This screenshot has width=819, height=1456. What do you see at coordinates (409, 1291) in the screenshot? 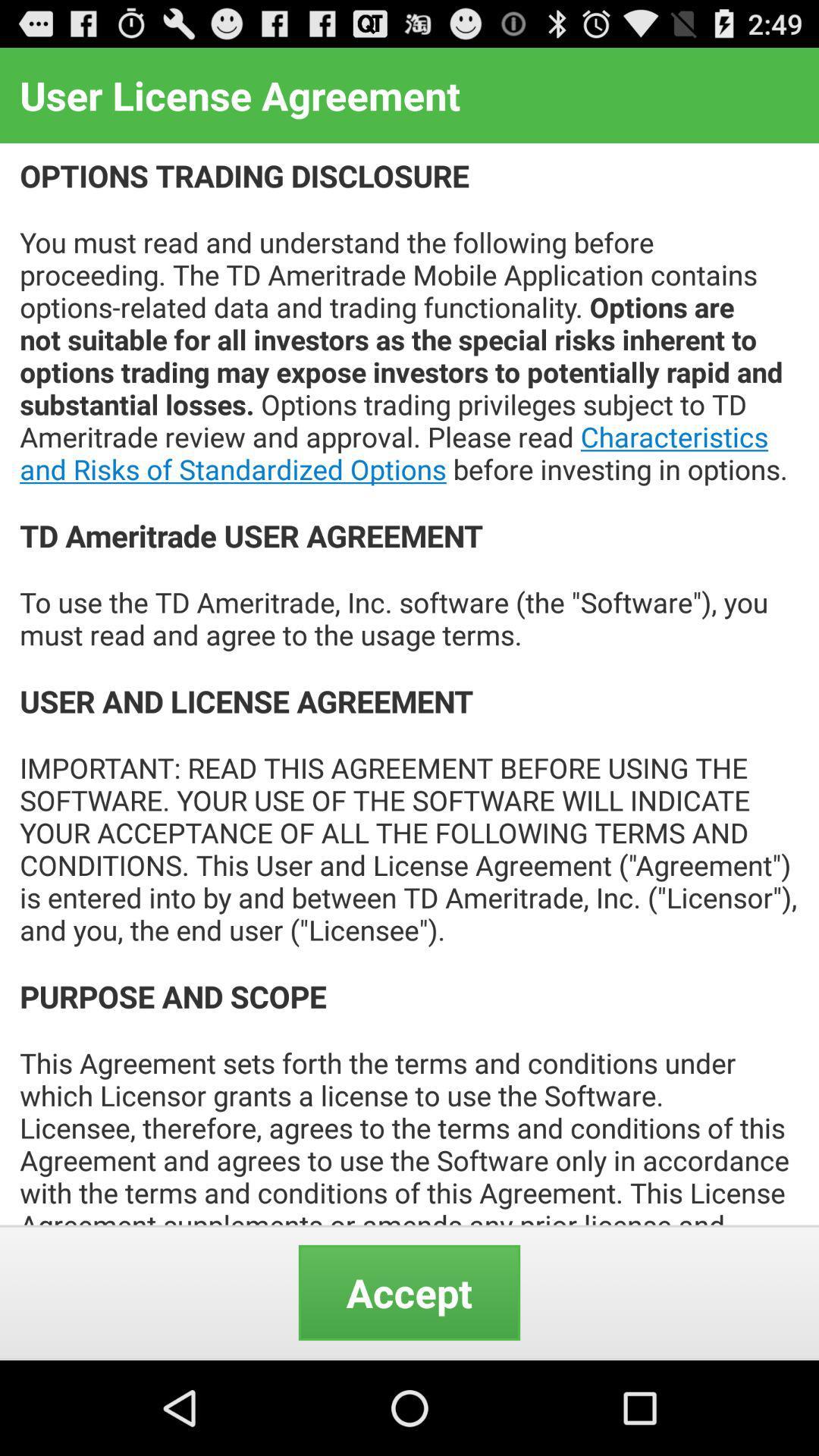
I see `accept item` at bounding box center [409, 1291].